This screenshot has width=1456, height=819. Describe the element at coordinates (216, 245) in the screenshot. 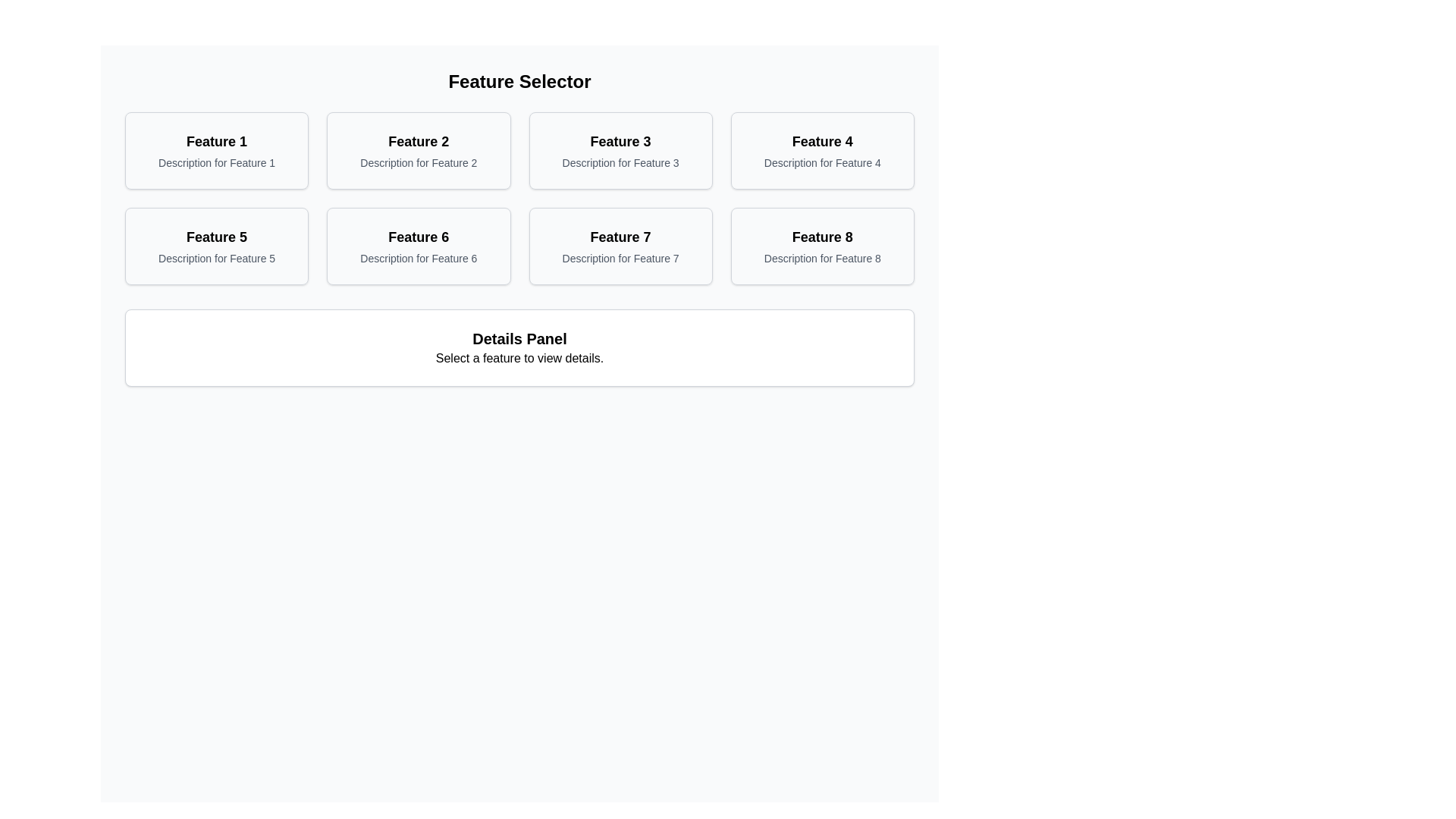

I see `the first card in the second row of a 4x2 grid layout` at that location.